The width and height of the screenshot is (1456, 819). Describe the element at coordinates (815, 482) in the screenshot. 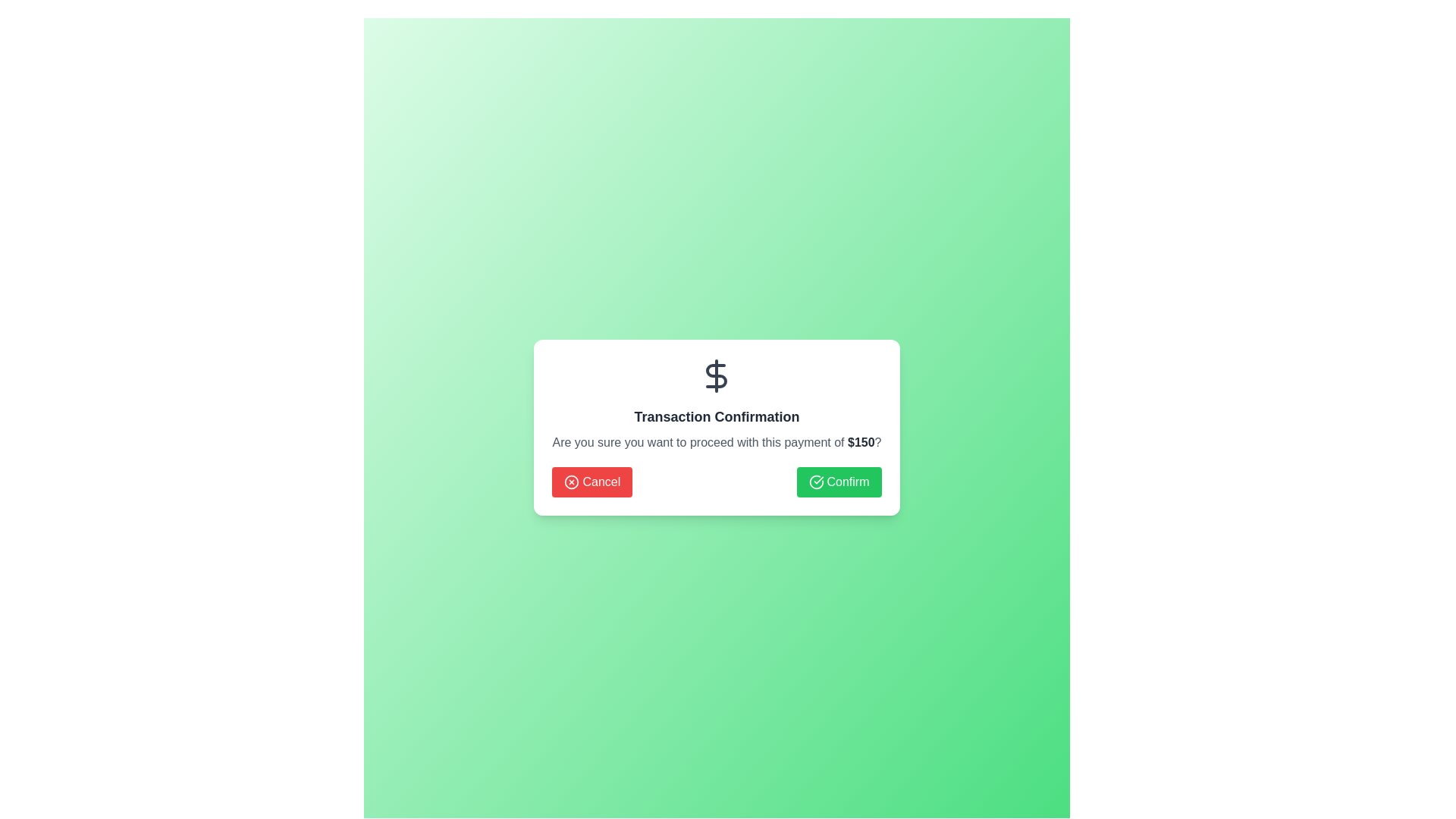

I see `the check mark icon within the 'Confirm' button, which is positioned at the bottom-right corner of the modal dialog box` at that location.